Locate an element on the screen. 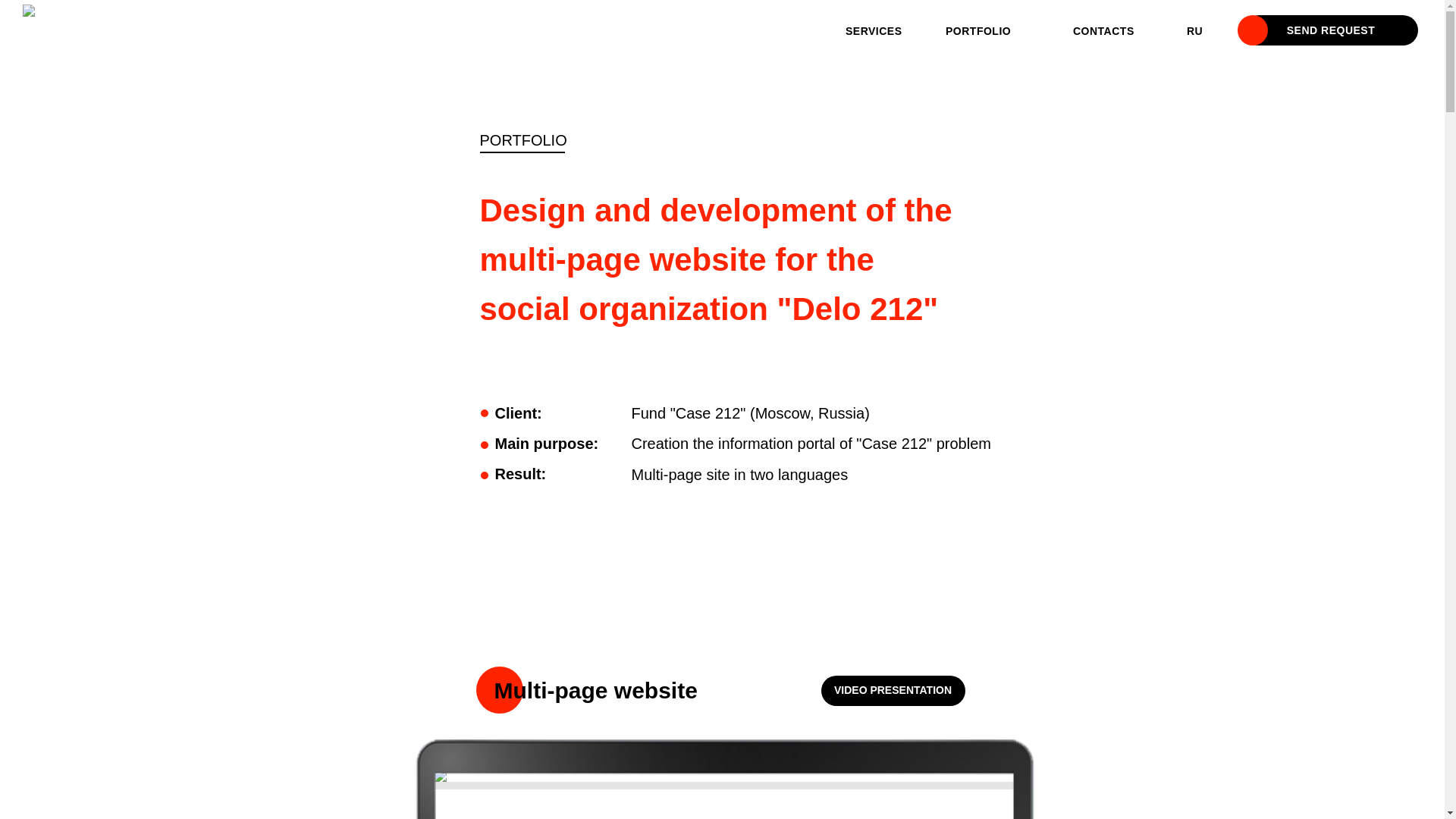 This screenshot has height=819, width=1456. 'CONTACTS' is located at coordinates (1103, 31).